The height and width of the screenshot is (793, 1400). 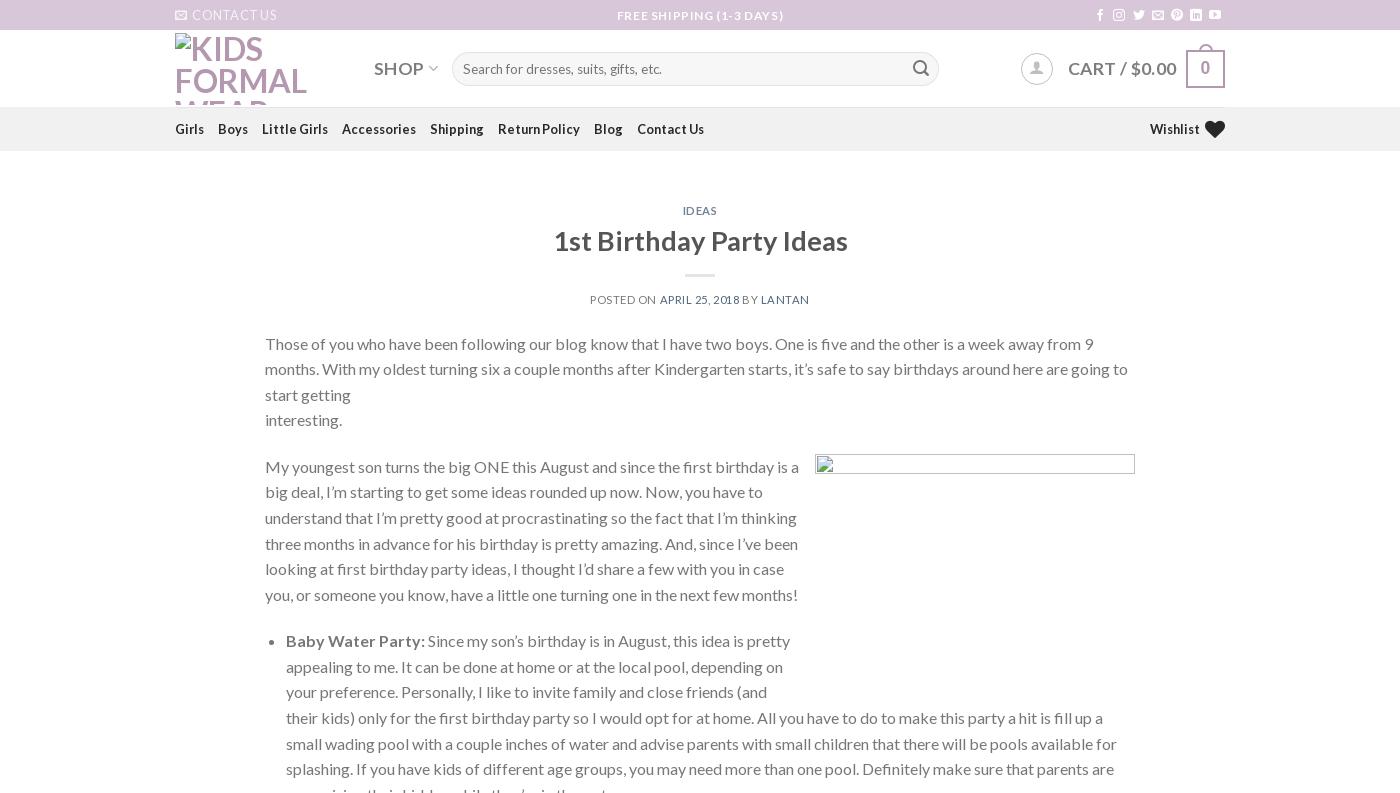 What do you see at coordinates (342, 128) in the screenshot?
I see `'Accessories'` at bounding box center [342, 128].